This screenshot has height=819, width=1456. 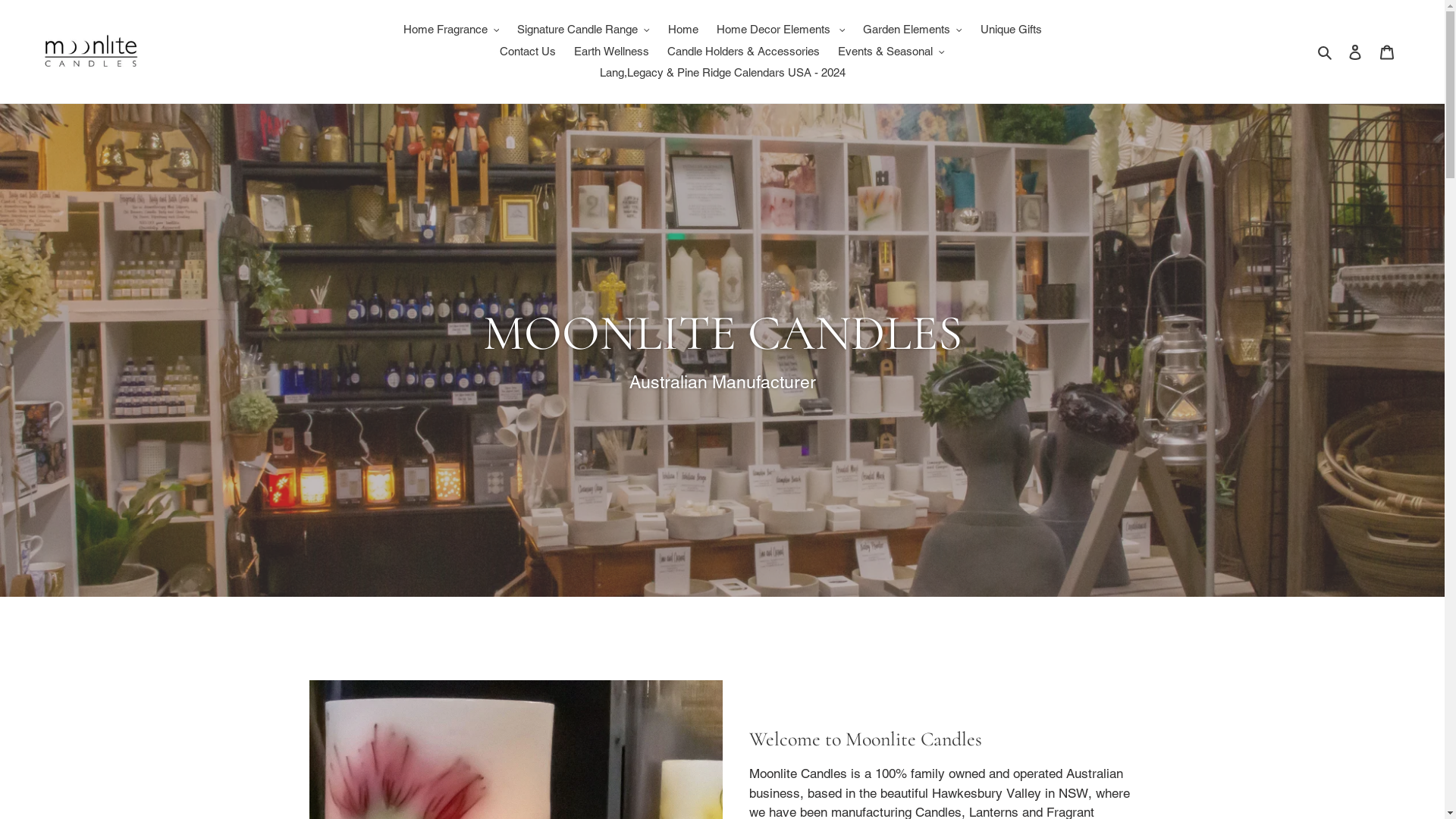 I want to click on 'Lang,Legacy & Pine Ridge Calendars USA - 2024', so click(x=720, y=73).